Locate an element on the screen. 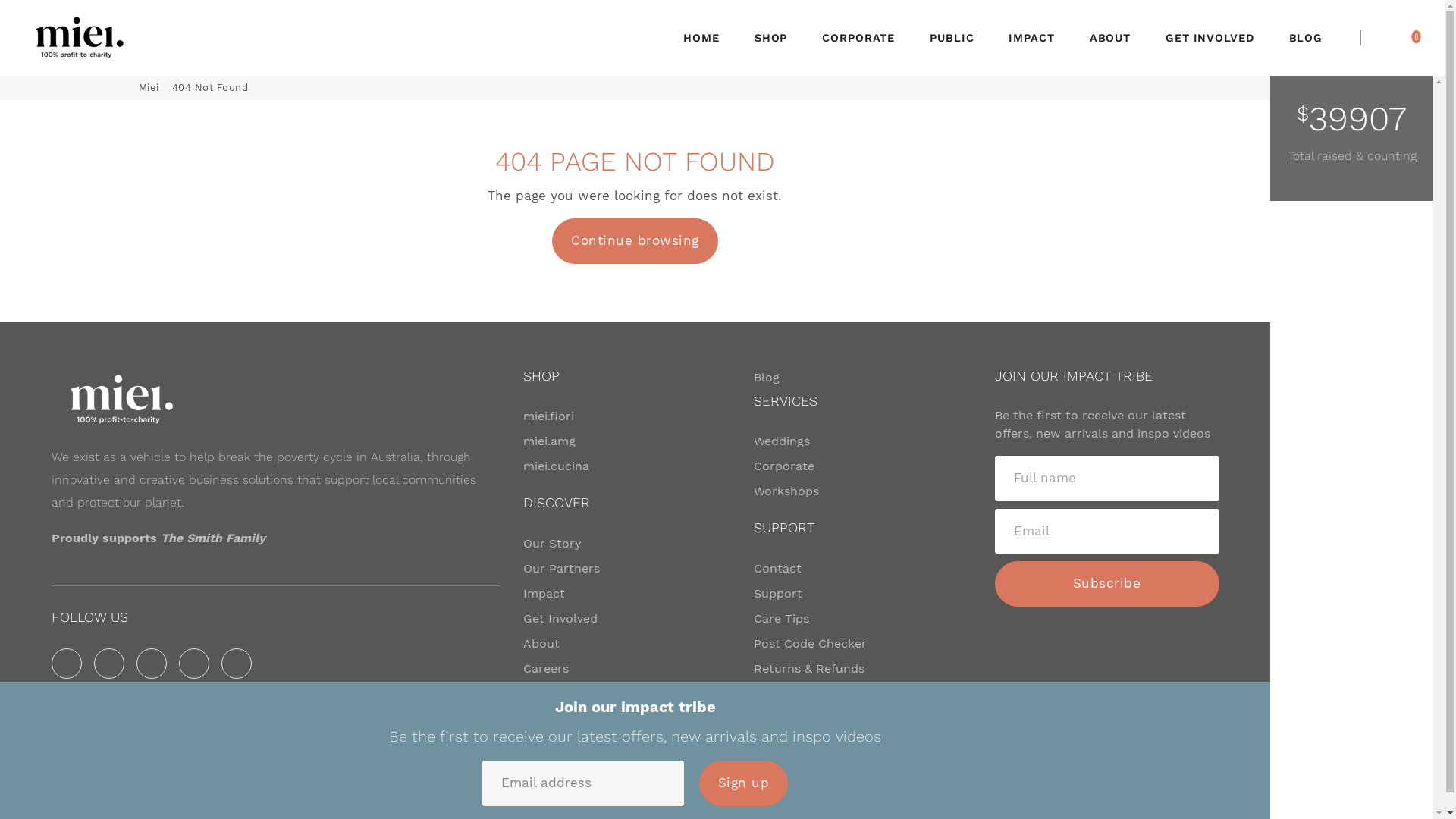  'miei.fiori' is located at coordinates (548, 416).